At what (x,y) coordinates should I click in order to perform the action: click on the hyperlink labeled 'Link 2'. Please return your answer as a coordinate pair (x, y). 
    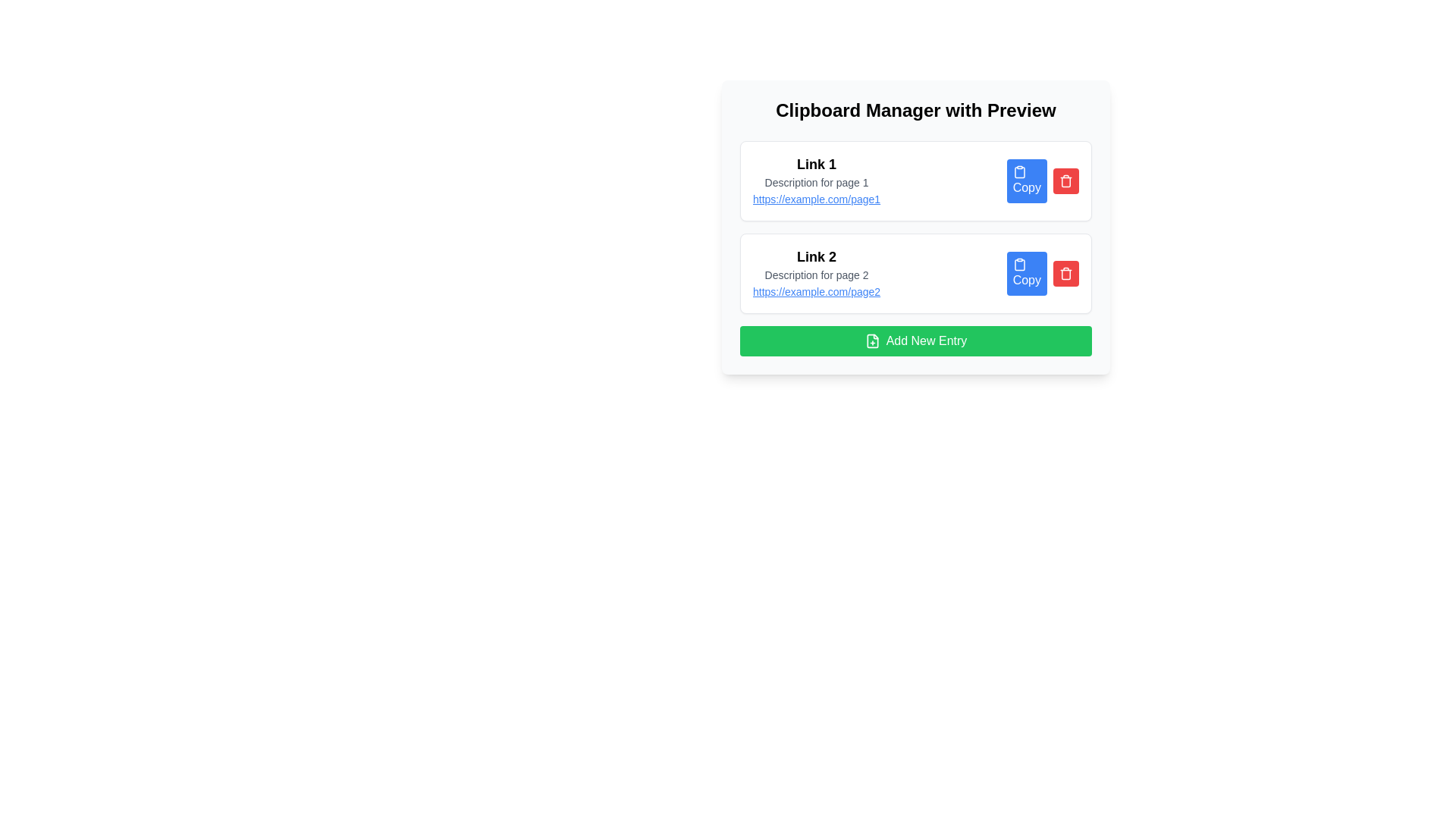
    Looking at the image, I should click on (816, 292).